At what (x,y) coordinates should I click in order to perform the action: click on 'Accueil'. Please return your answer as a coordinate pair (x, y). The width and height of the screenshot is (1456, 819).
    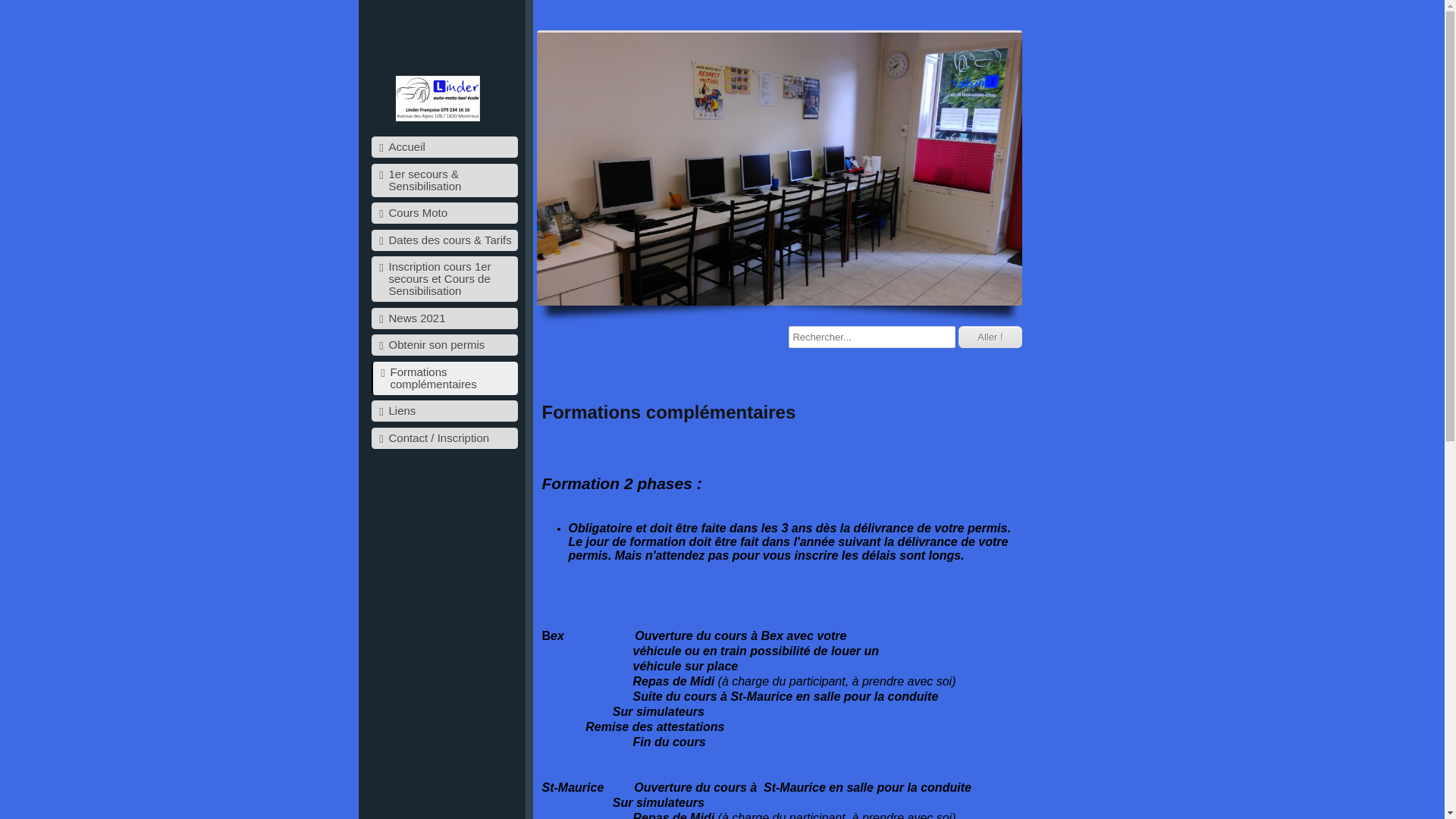
    Looking at the image, I should click on (444, 146).